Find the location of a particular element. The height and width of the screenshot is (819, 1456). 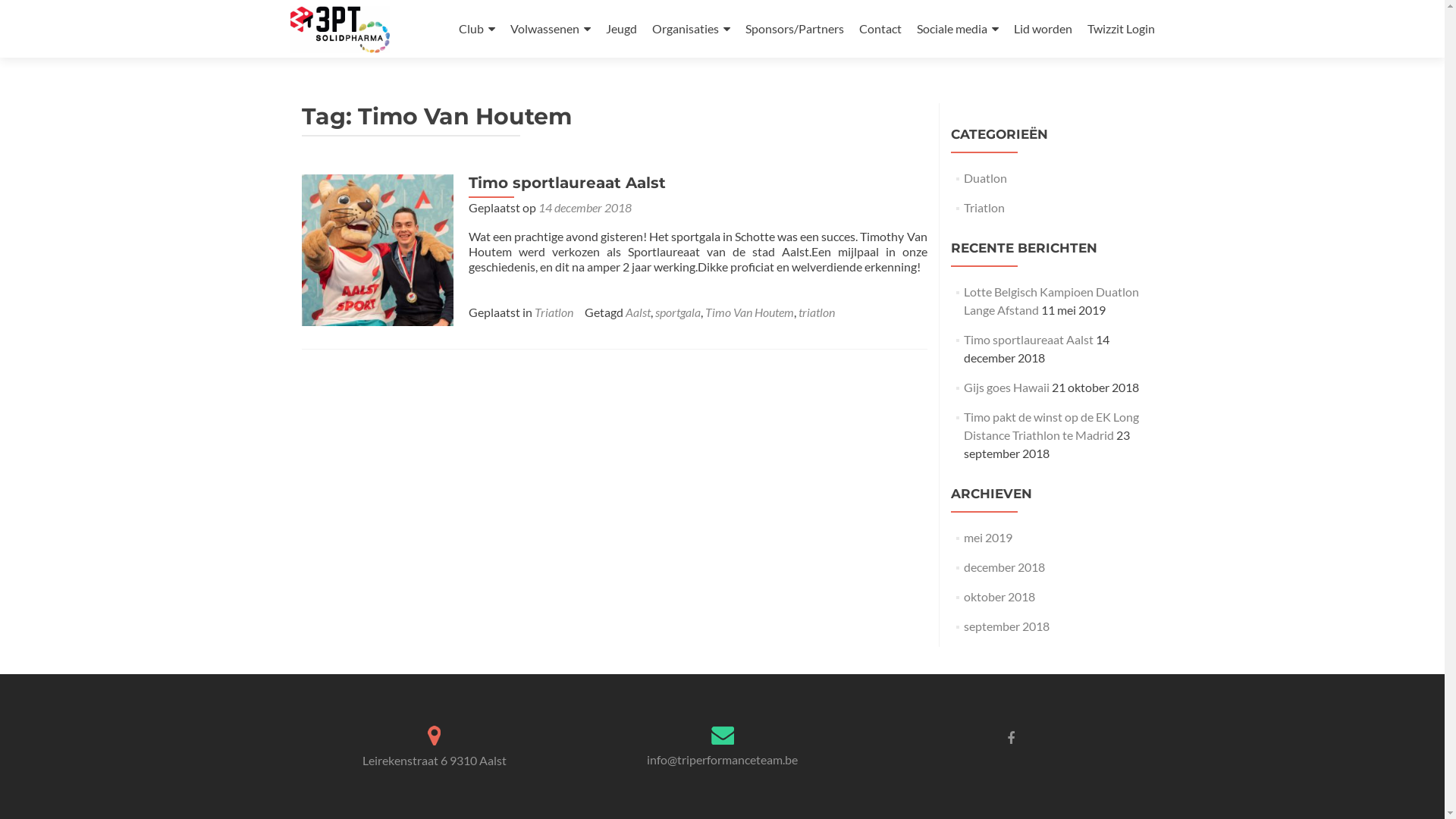

'oktober 2018' is located at coordinates (999, 595).